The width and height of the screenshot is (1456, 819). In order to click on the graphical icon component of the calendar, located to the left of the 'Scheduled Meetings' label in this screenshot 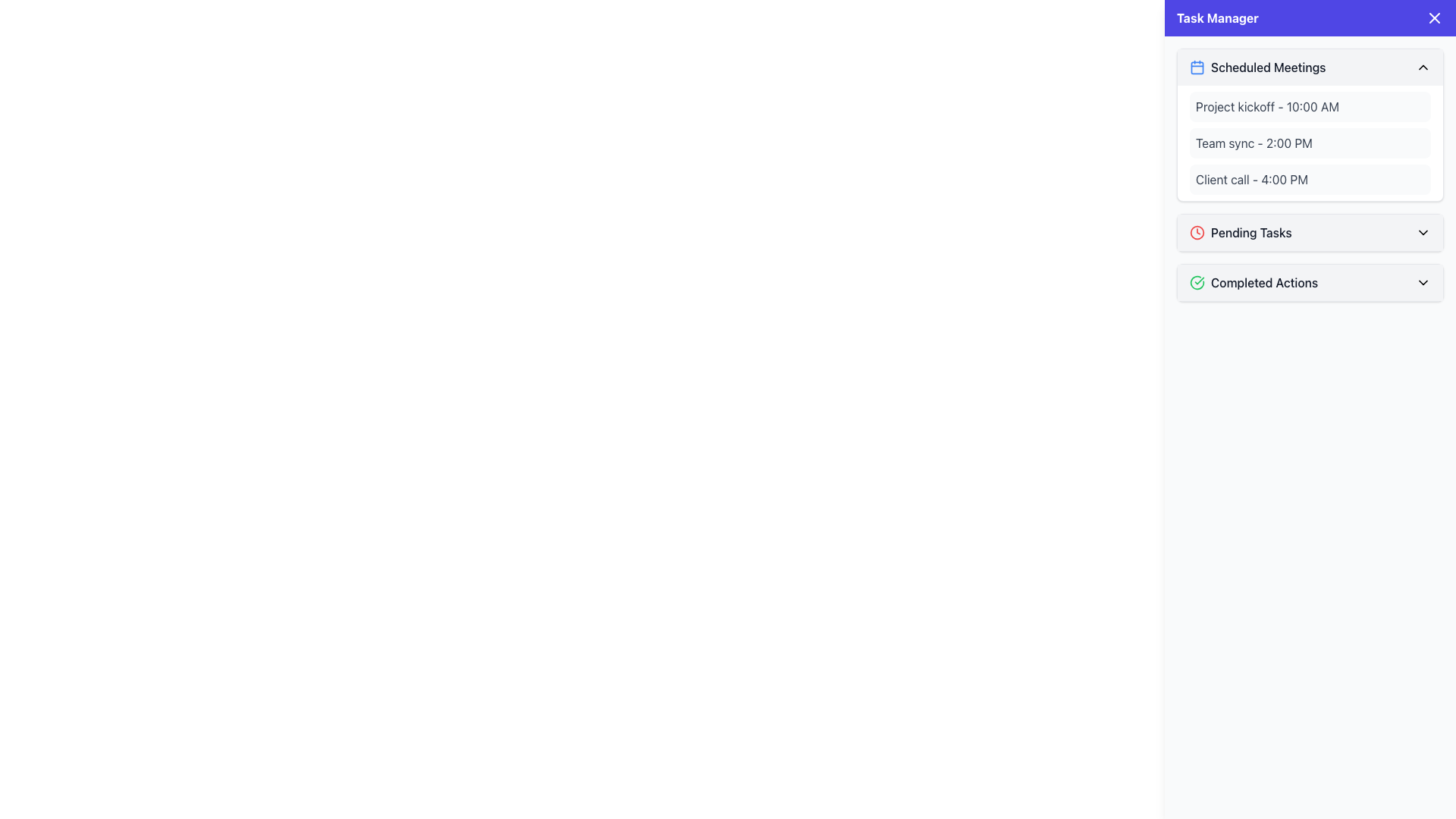, I will do `click(1197, 66)`.